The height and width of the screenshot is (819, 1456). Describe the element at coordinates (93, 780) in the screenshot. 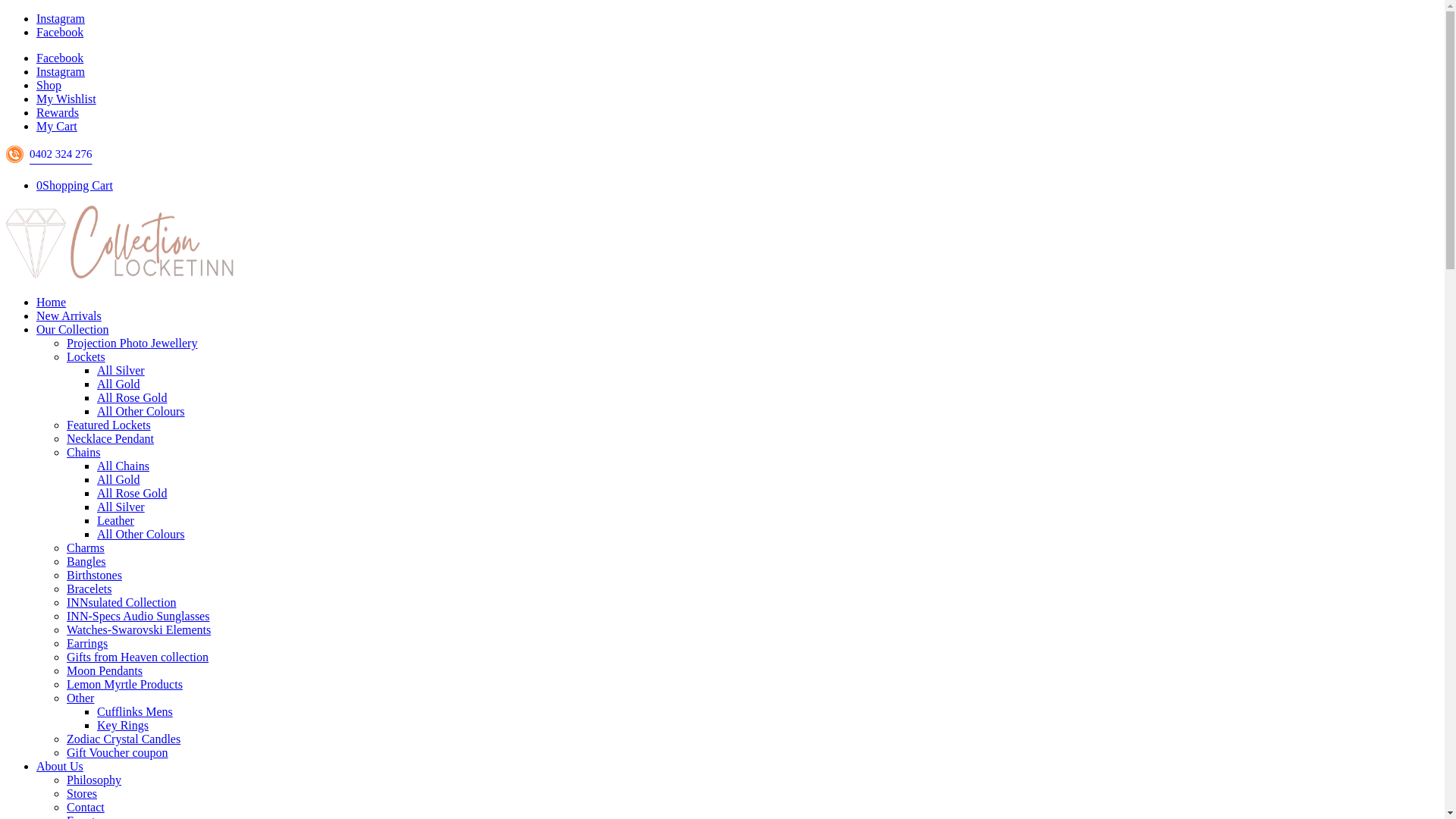

I see `'Philosophy'` at that location.